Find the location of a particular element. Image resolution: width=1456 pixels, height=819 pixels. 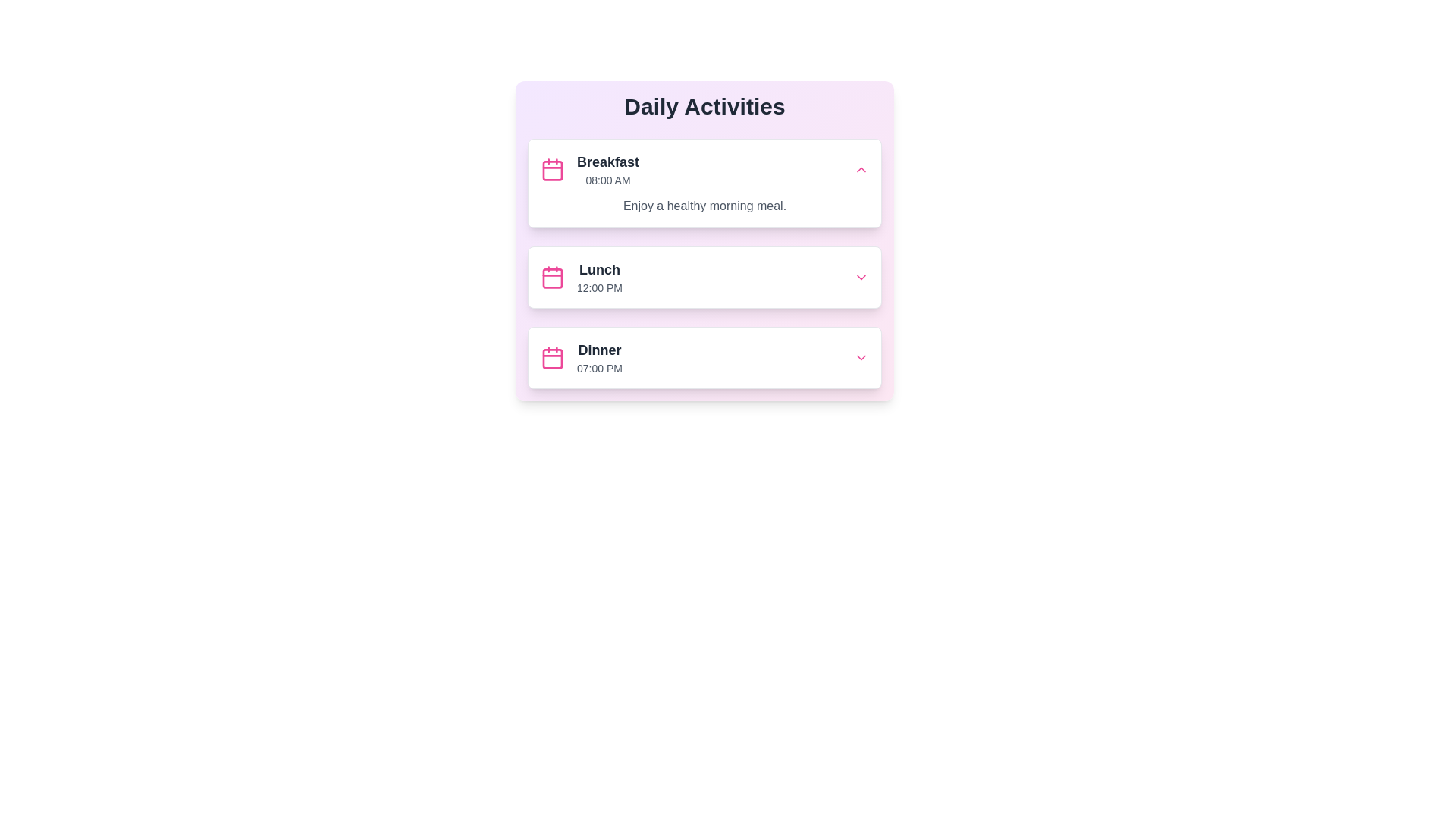

the pink calendar icon located next to the text 'Lunch' in the 'Daily Activities' section is located at coordinates (552, 278).